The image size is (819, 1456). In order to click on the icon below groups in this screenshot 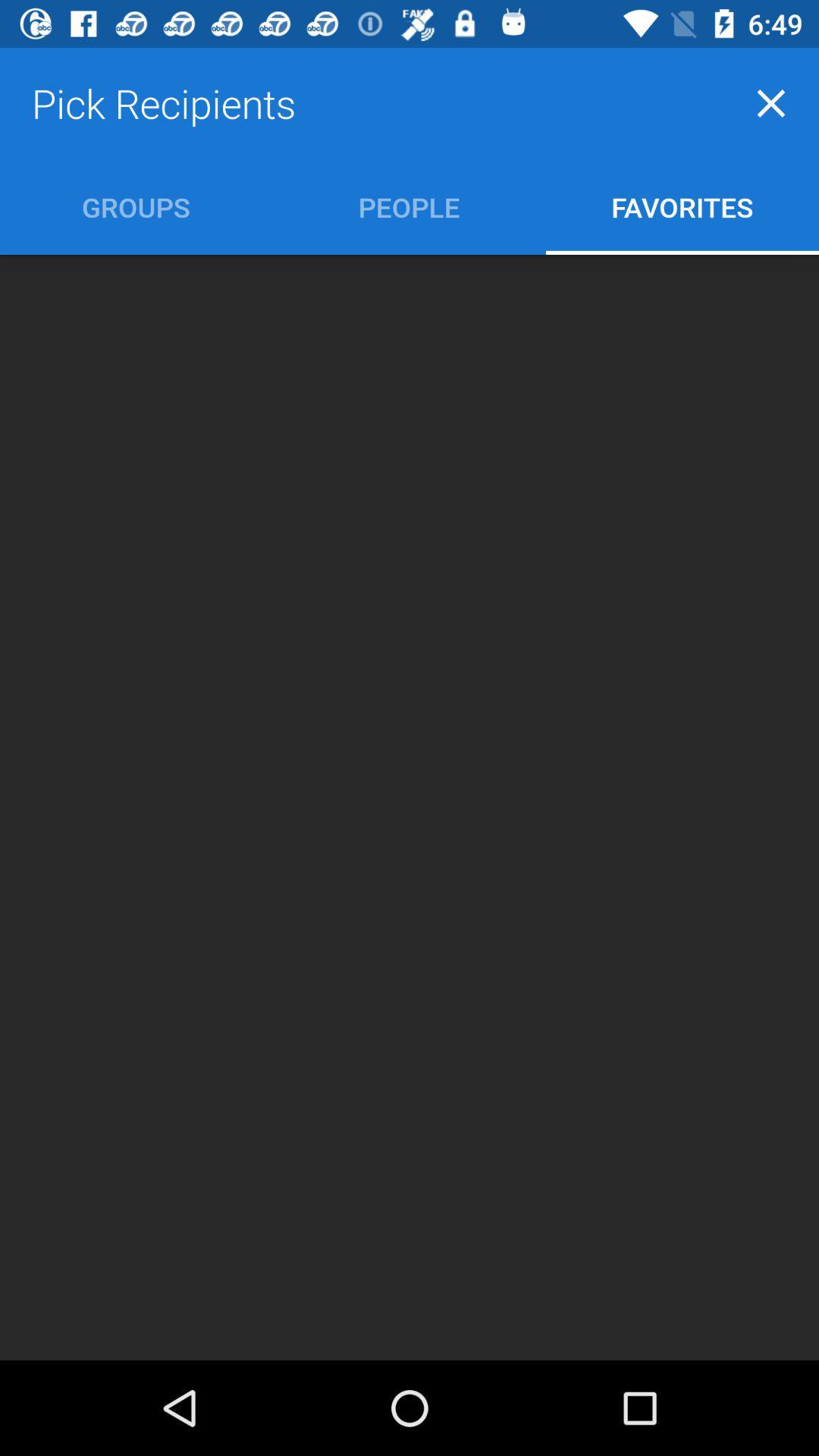, I will do `click(409, 807)`.